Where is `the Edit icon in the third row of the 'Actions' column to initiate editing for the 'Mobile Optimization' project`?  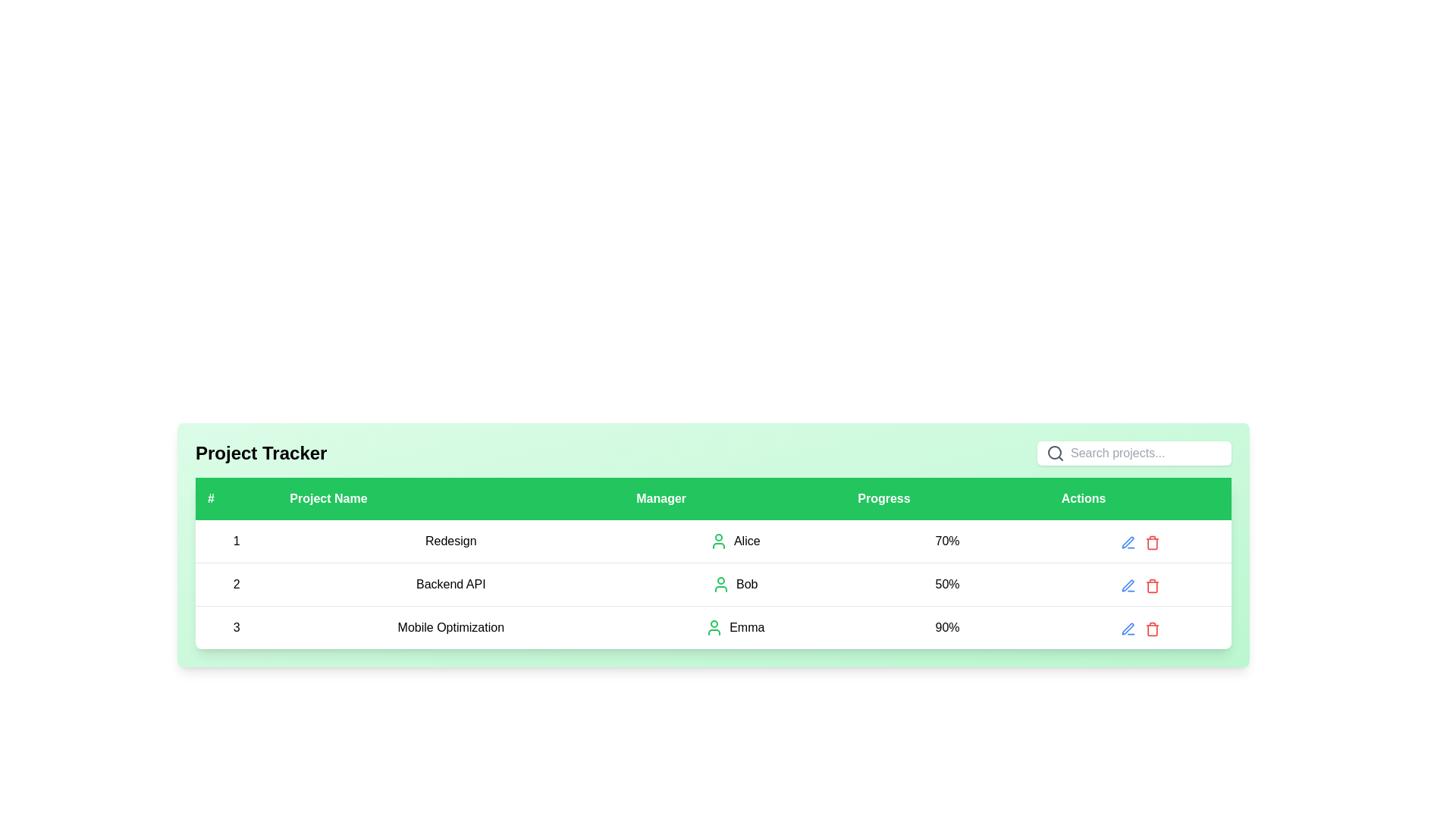 the Edit icon in the third row of the 'Actions' column to initiate editing for the 'Mobile Optimization' project is located at coordinates (1128, 541).